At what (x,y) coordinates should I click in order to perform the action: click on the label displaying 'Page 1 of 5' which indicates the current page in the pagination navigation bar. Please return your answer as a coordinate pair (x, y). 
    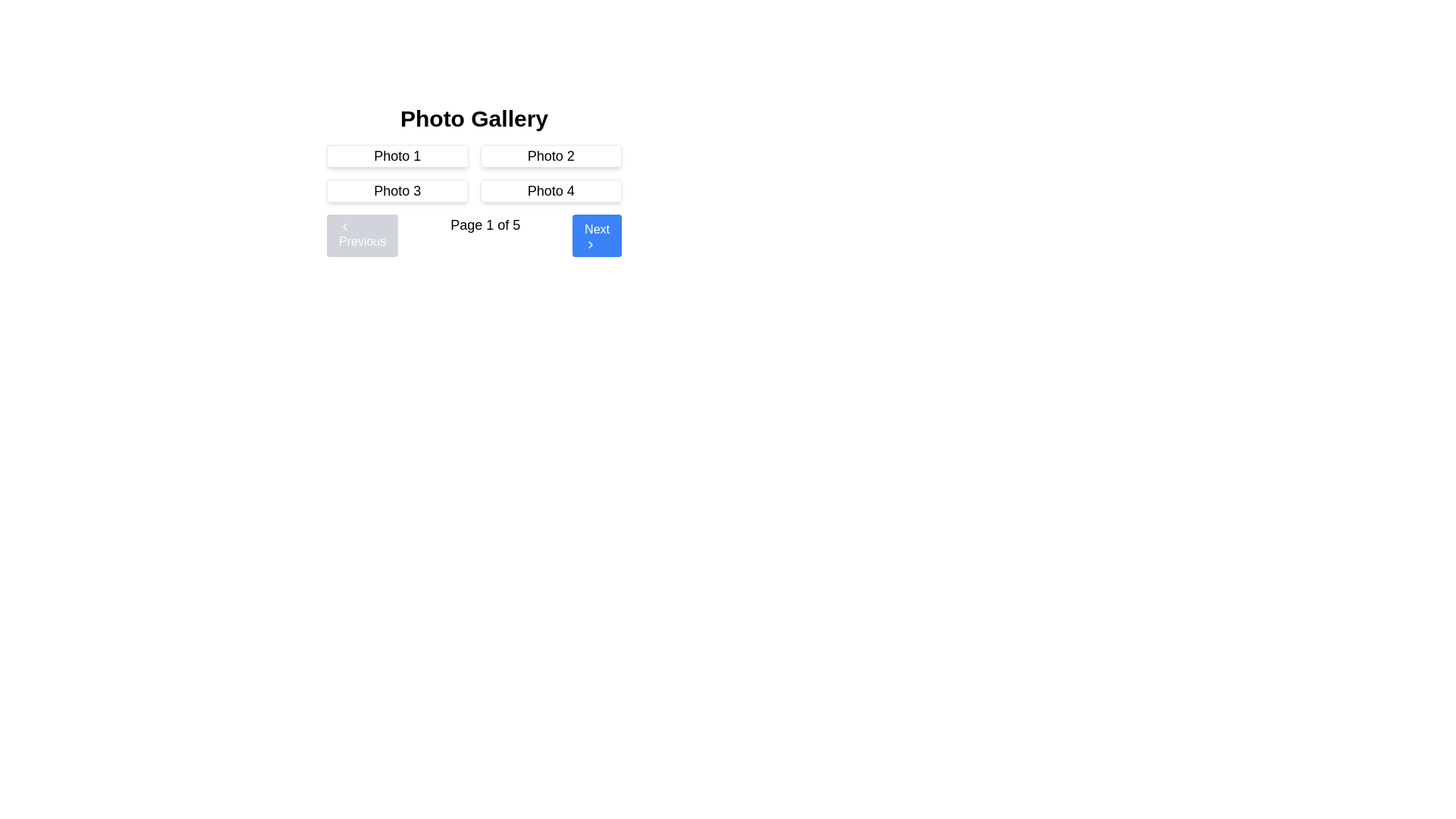
    Looking at the image, I should click on (485, 236).